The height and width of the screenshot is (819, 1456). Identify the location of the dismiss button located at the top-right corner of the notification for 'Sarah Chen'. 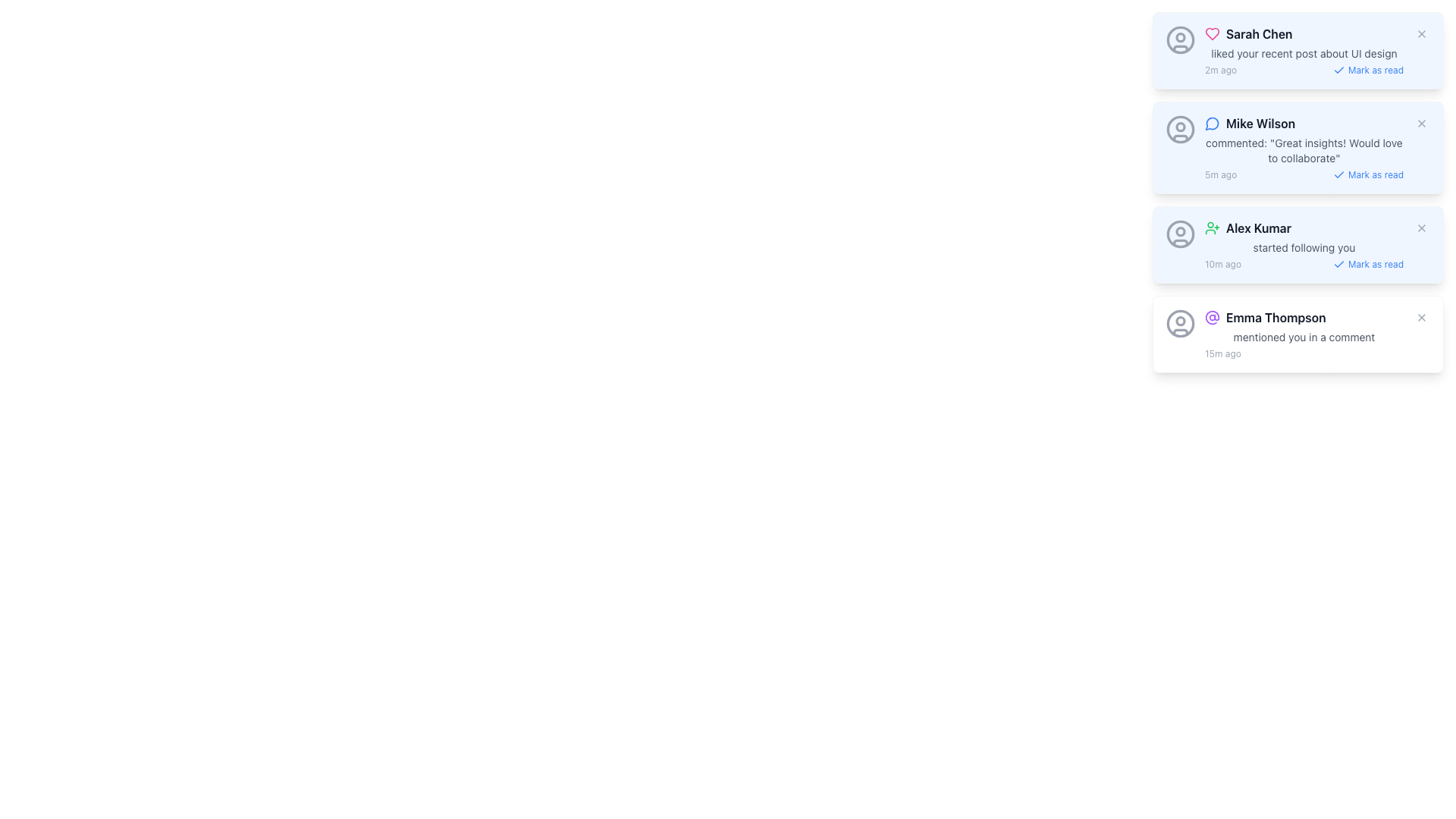
(1421, 34).